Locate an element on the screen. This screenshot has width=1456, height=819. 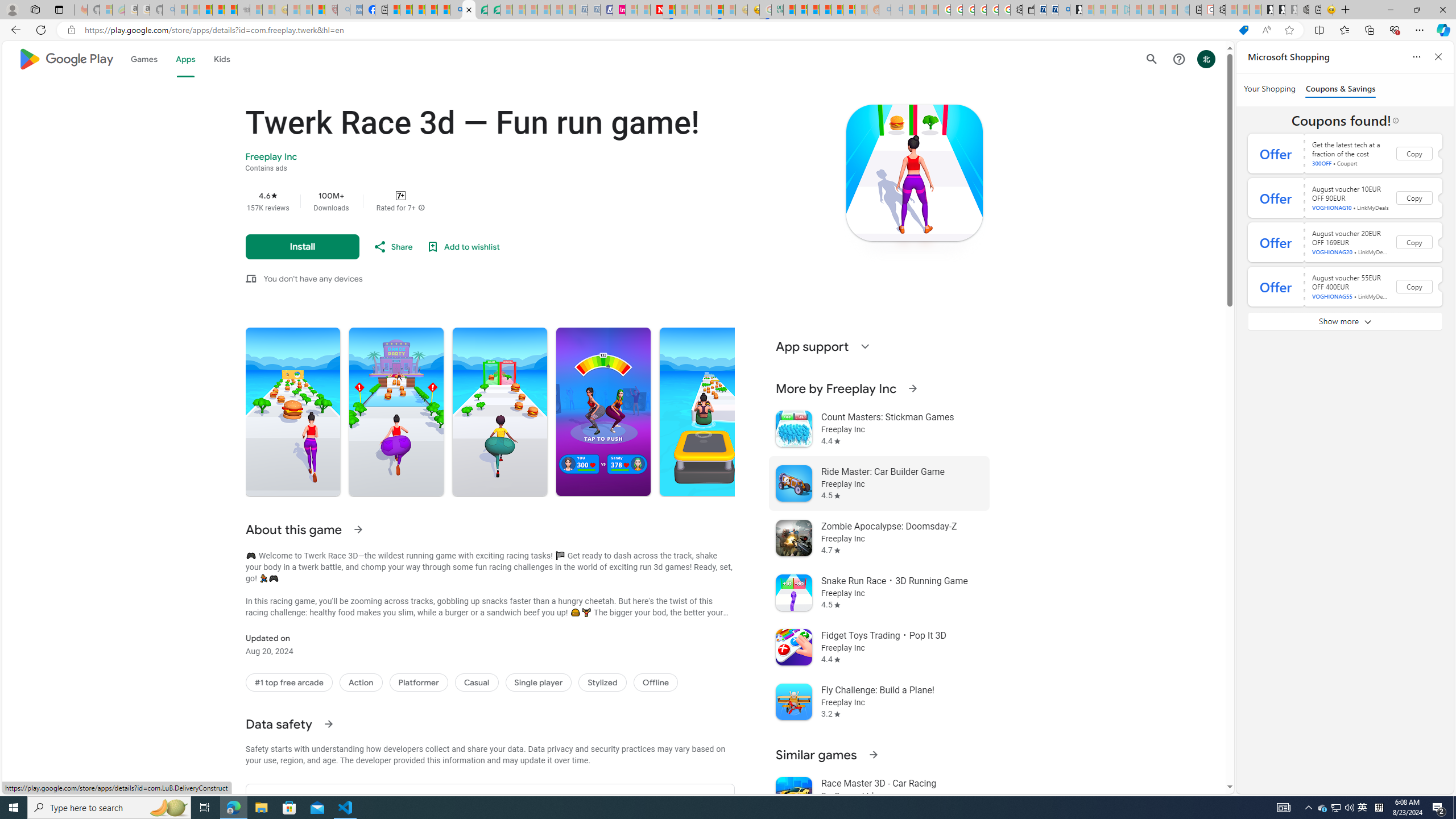
'Jobs - lastminute.com Investor Portal' is located at coordinates (619, 9).